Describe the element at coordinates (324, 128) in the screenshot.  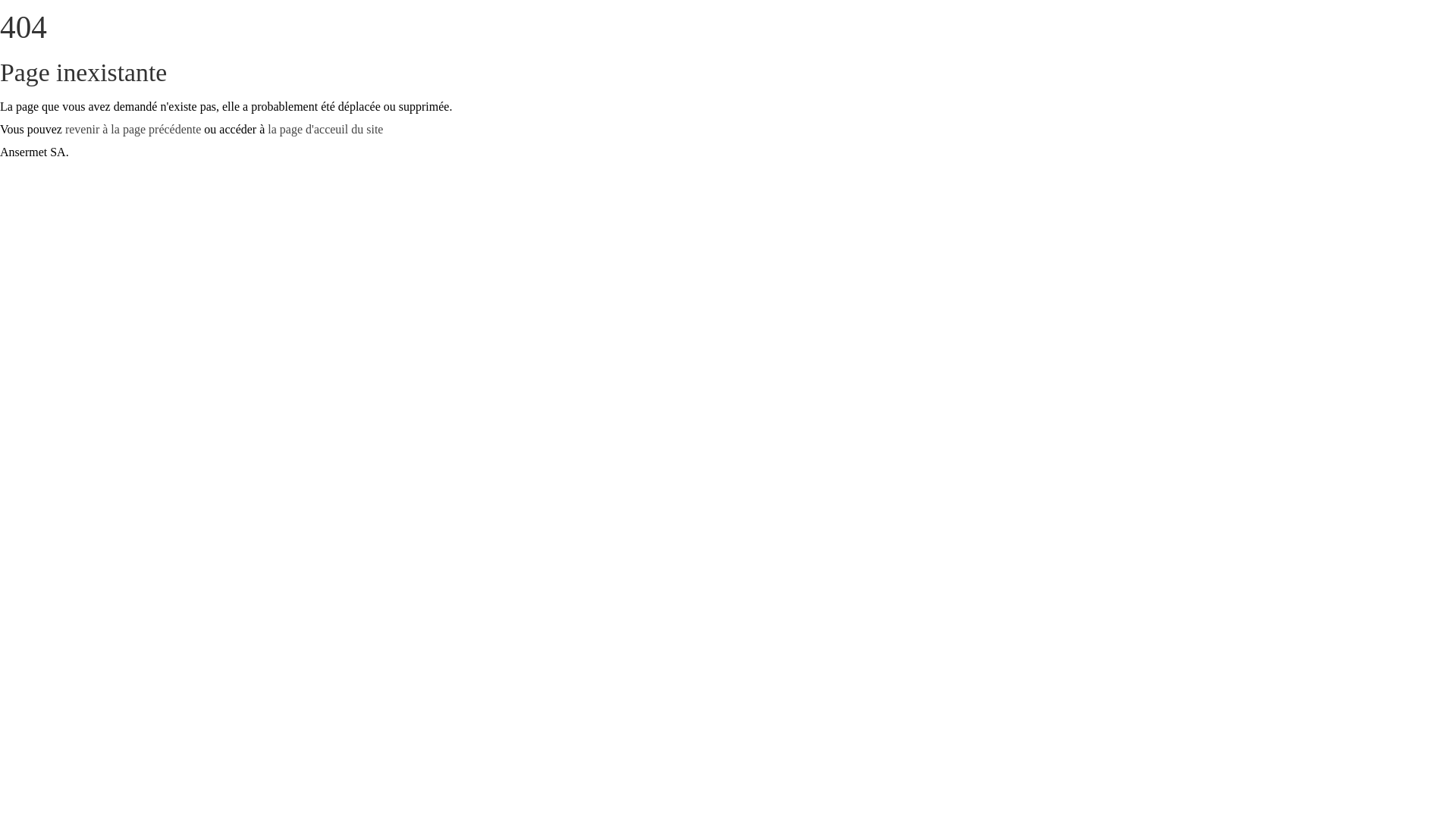
I see `'la page d'acceuil du site'` at that location.